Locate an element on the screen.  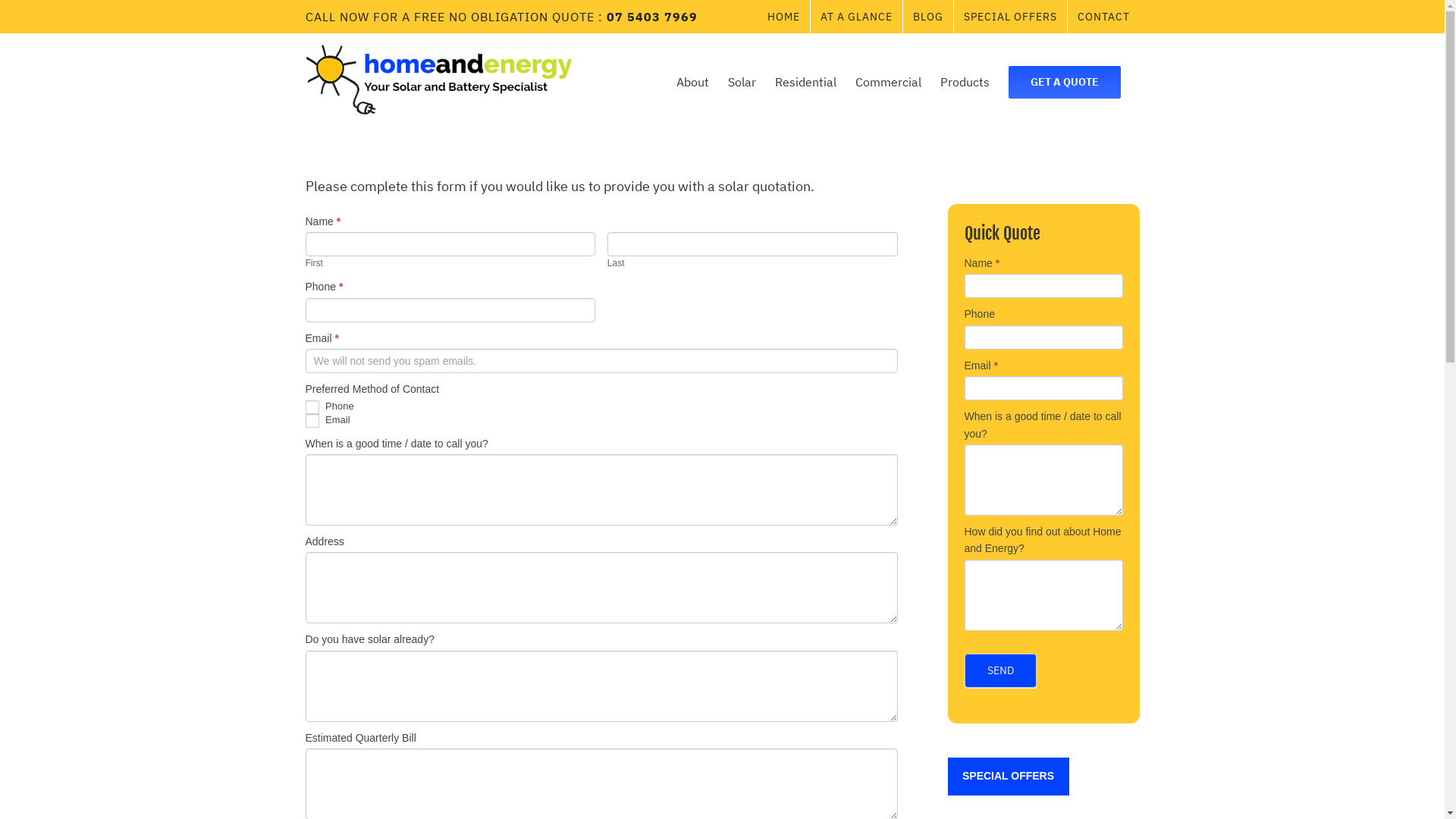
'AT A GLANCE' is located at coordinates (855, 17).